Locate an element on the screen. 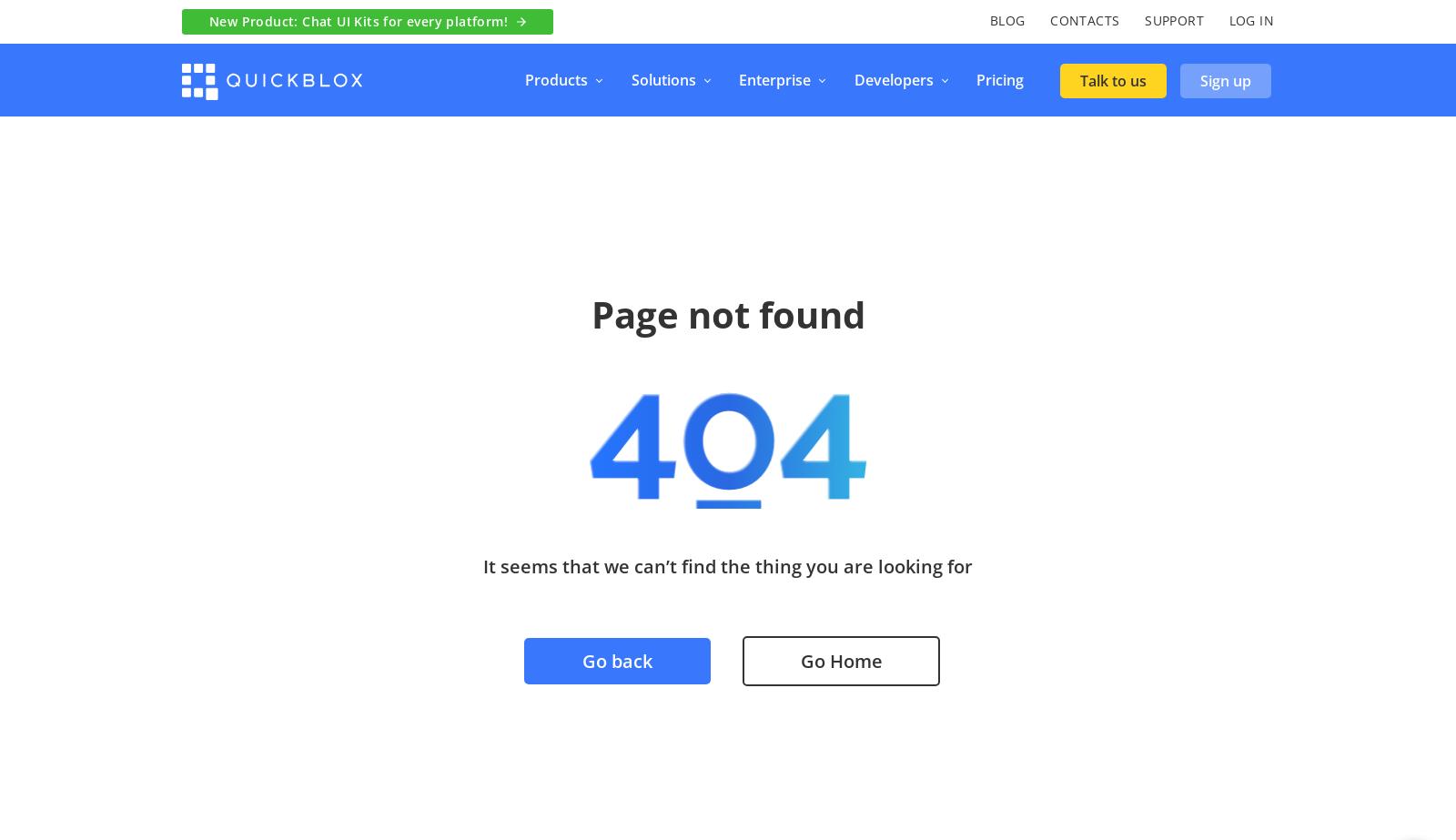 This screenshot has width=1456, height=840. 'Voice & Video Calling' is located at coordinates (1002, 320).